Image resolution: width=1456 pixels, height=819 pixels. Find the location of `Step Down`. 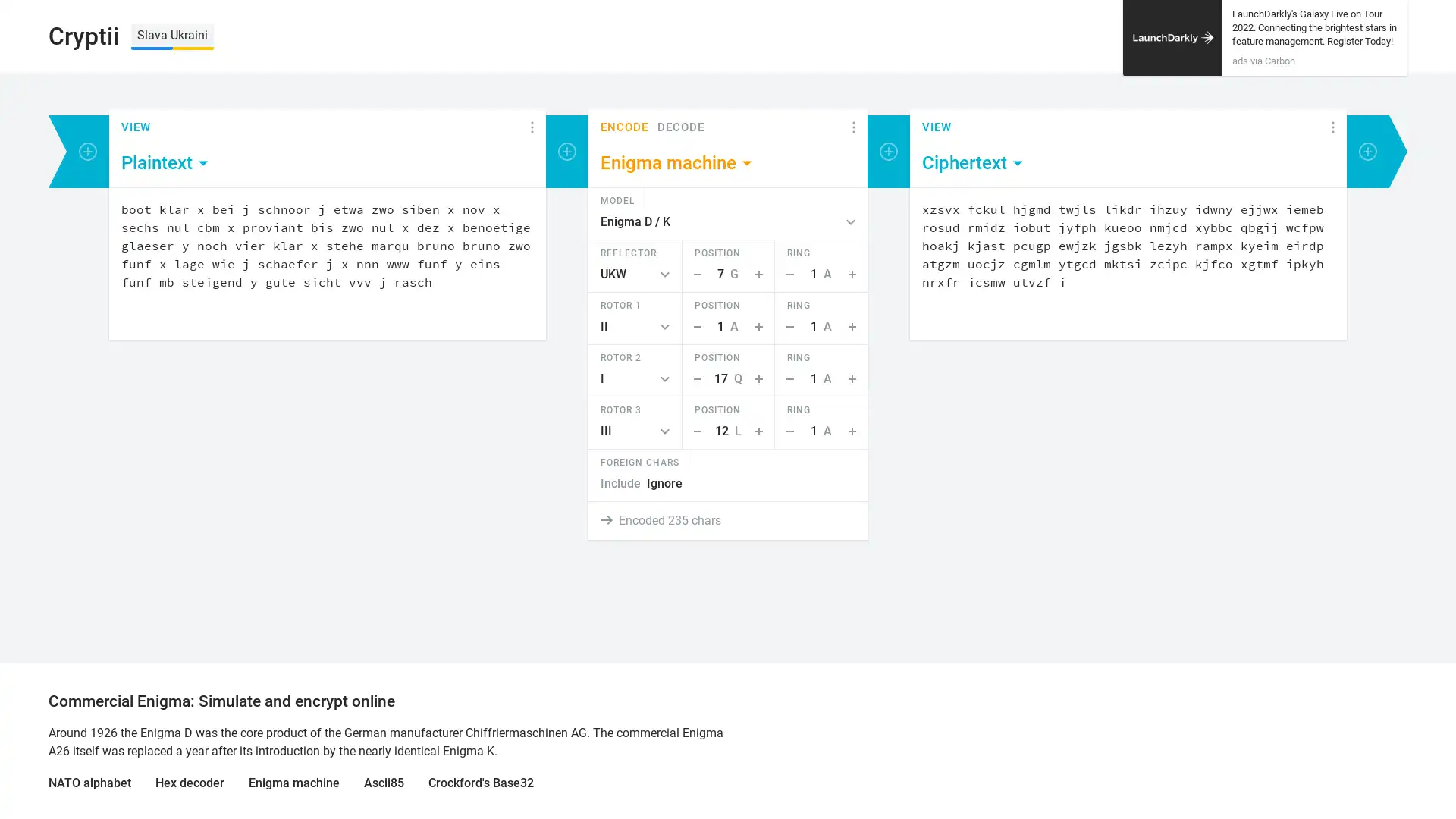

Step Down is located at coordinates (786, 378).